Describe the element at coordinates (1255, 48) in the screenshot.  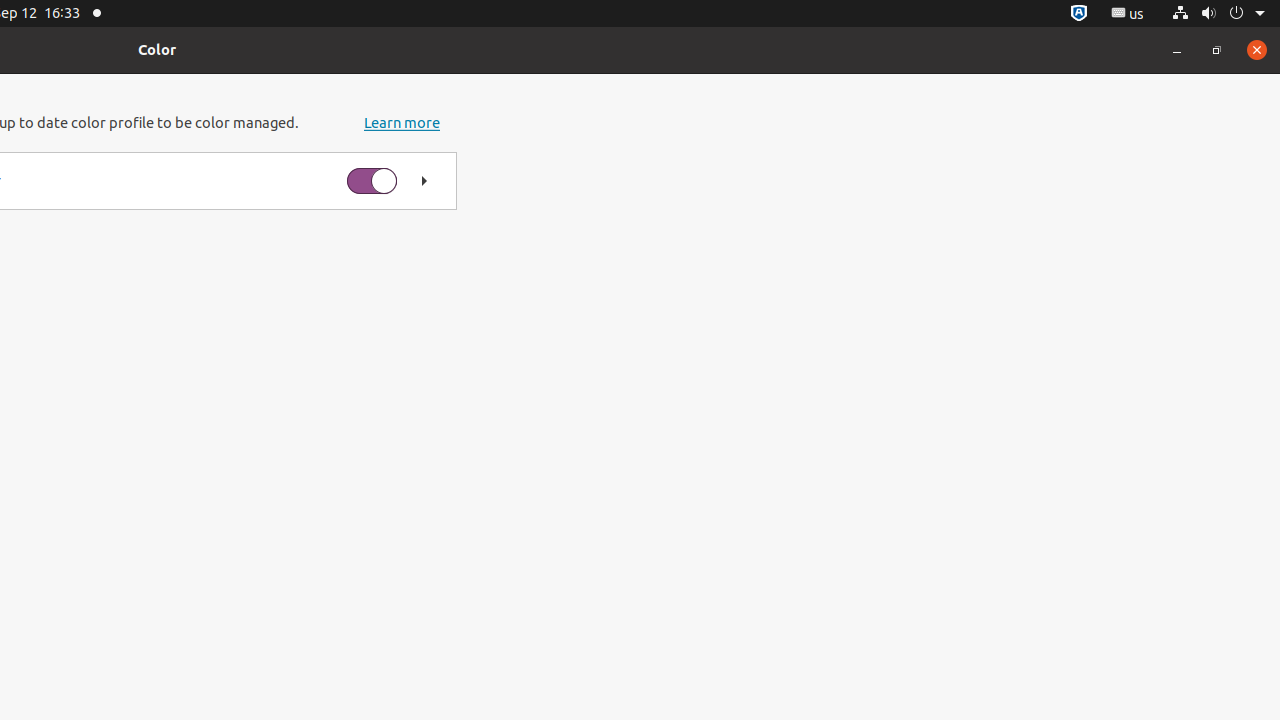
I see `'Close'` at that location.